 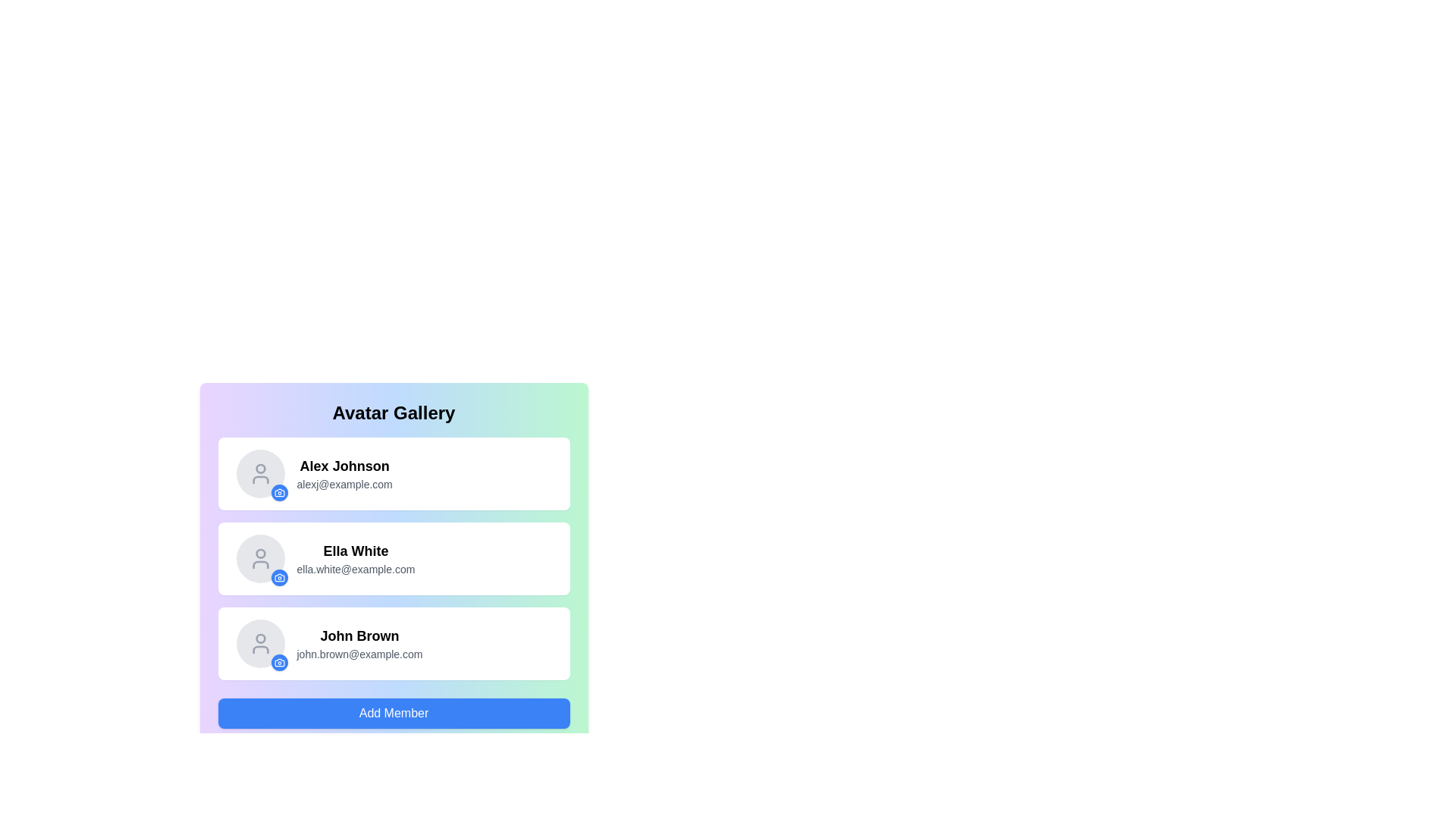 What do you see at coordinates (279, 578) in the screenshot?
I see `the button located at the bottom-right corner of the second circular avatar area representing the user Ella White` at bounding box center [279, 578].